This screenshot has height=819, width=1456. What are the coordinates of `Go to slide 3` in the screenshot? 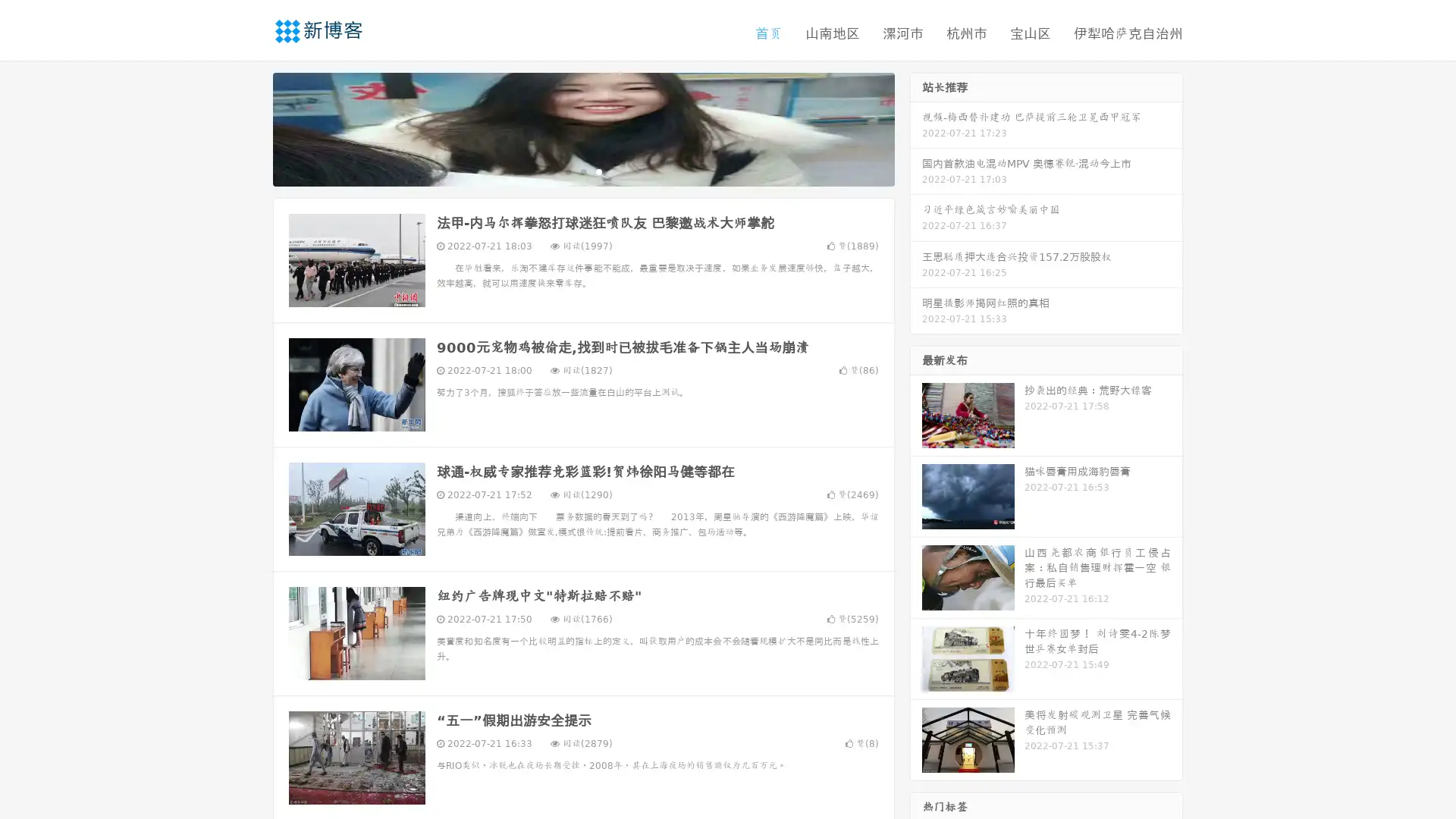 It's located at (598, 171).